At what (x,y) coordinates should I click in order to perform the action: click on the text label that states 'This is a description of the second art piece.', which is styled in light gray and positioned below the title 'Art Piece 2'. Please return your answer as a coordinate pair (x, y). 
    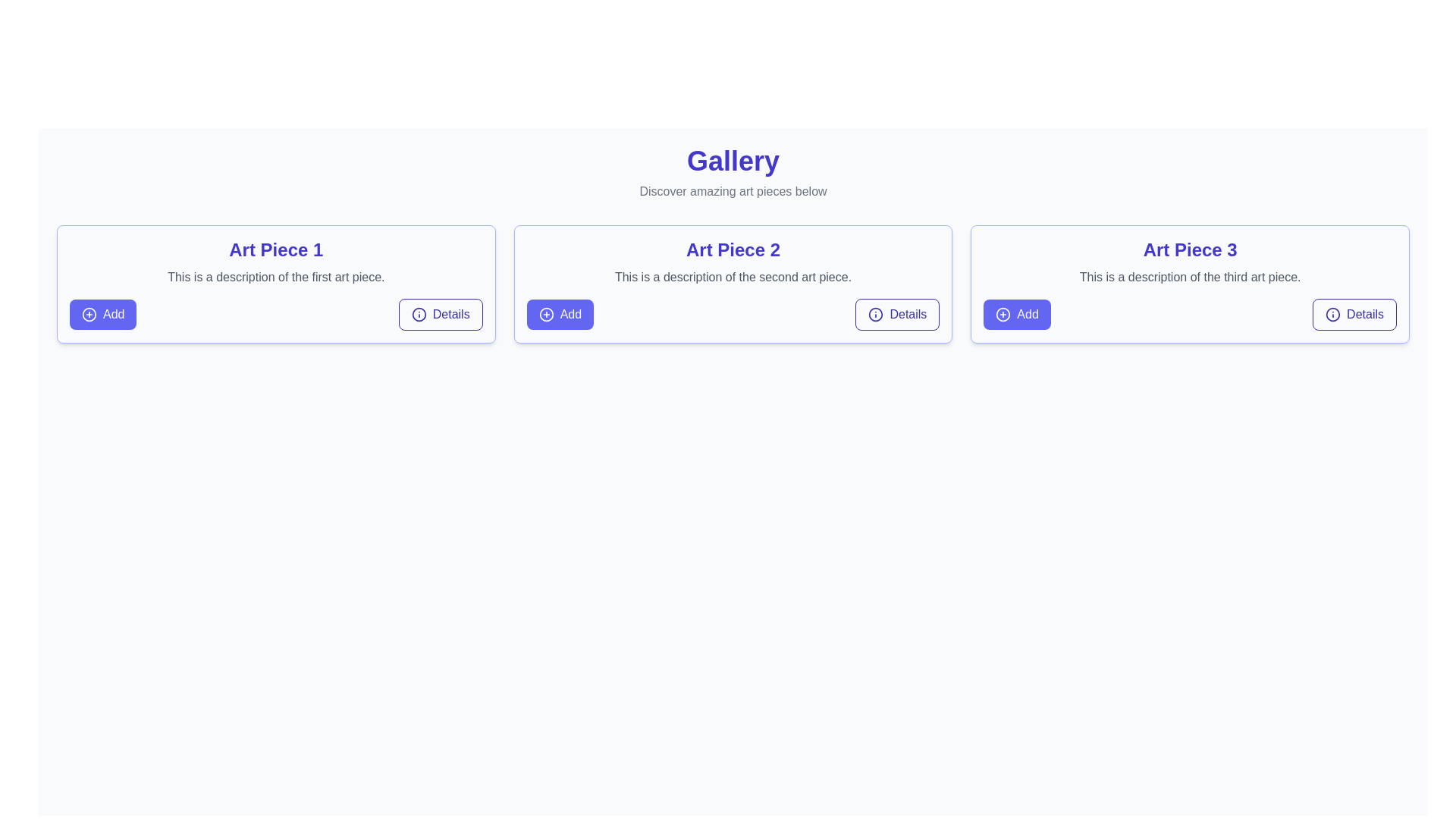
    Looking at the image, I should click on (733, 278).